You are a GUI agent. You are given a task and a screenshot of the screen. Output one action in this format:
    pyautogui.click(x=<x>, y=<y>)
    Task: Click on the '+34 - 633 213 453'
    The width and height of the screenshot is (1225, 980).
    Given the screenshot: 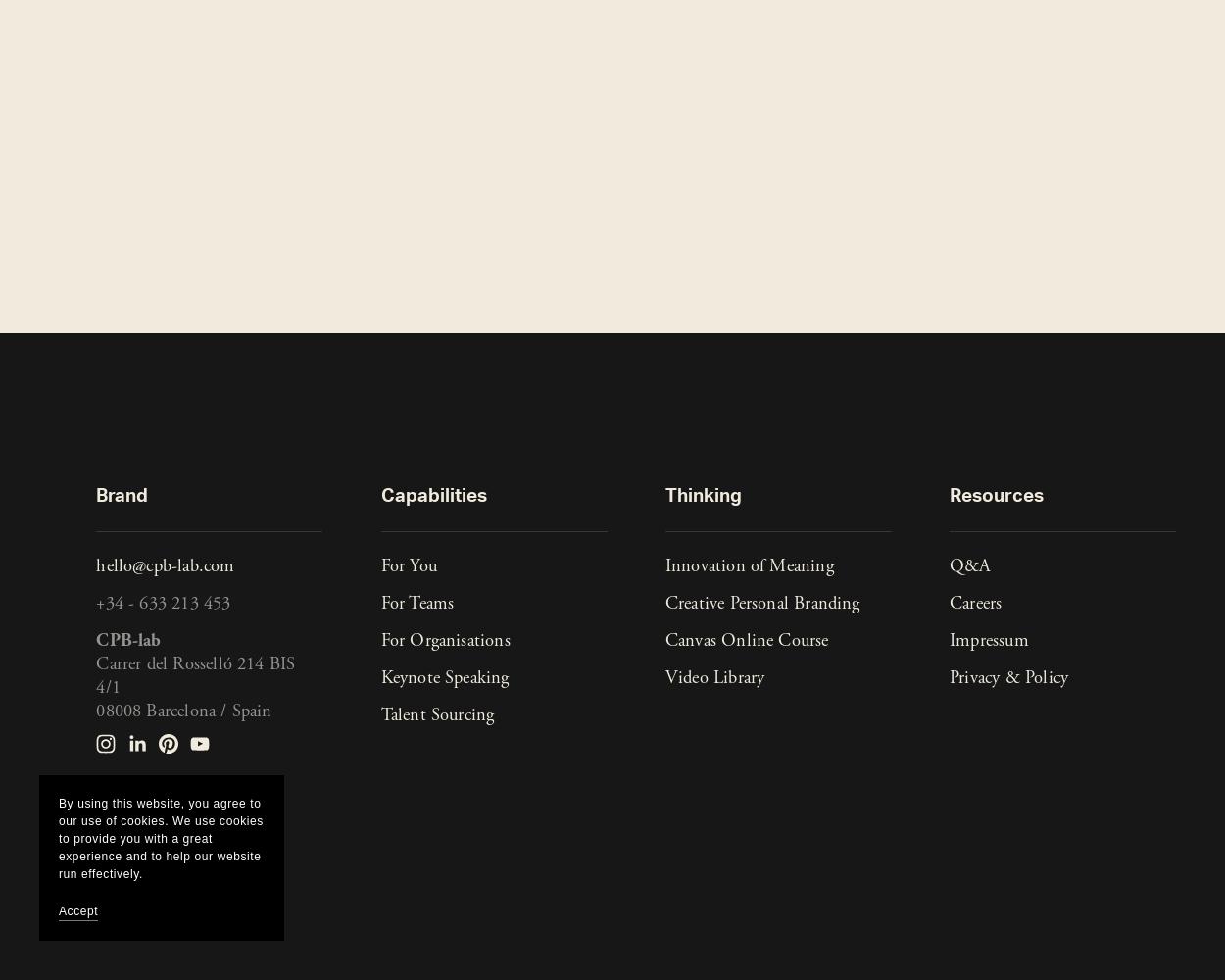 What is the action you would take?
    pyautogui.click(x=163, y=603)
    